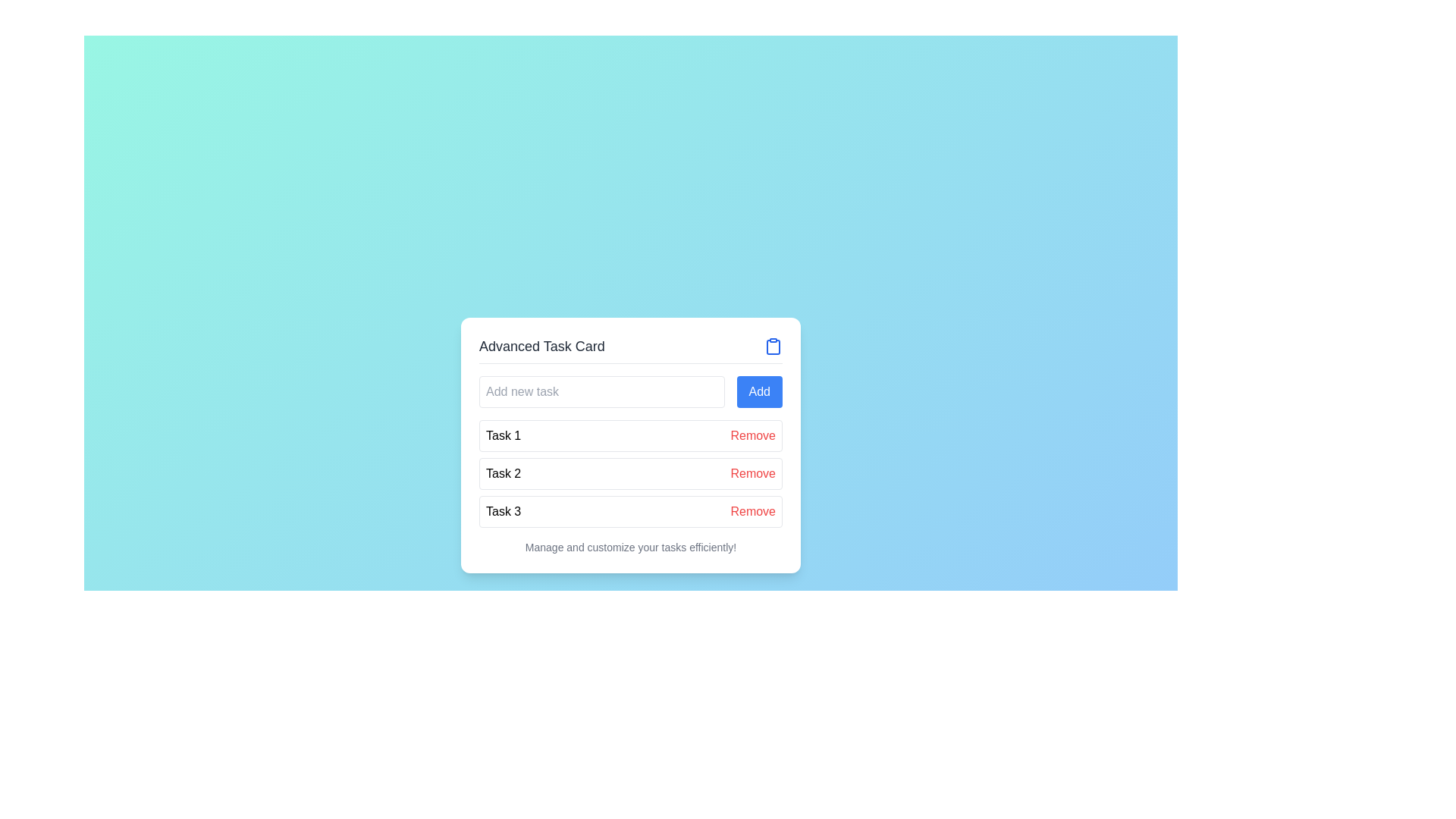 The image size is (1456, 819). What do you see at coordinates (753, 472) in the screenshot?
I see `the second 'Remove' button, which is styled in red and located to the right of the 'Task 2' label in the task list interface` at bounding box center [753, 472].